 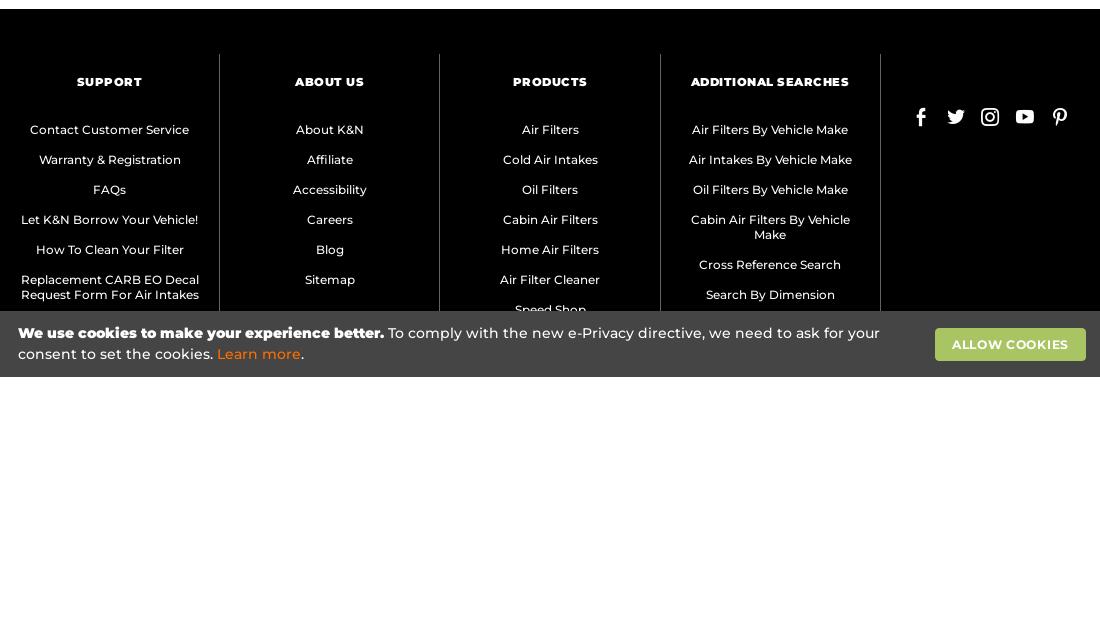 I want to click on 'Search by dimension', so click(x=769, y=292).